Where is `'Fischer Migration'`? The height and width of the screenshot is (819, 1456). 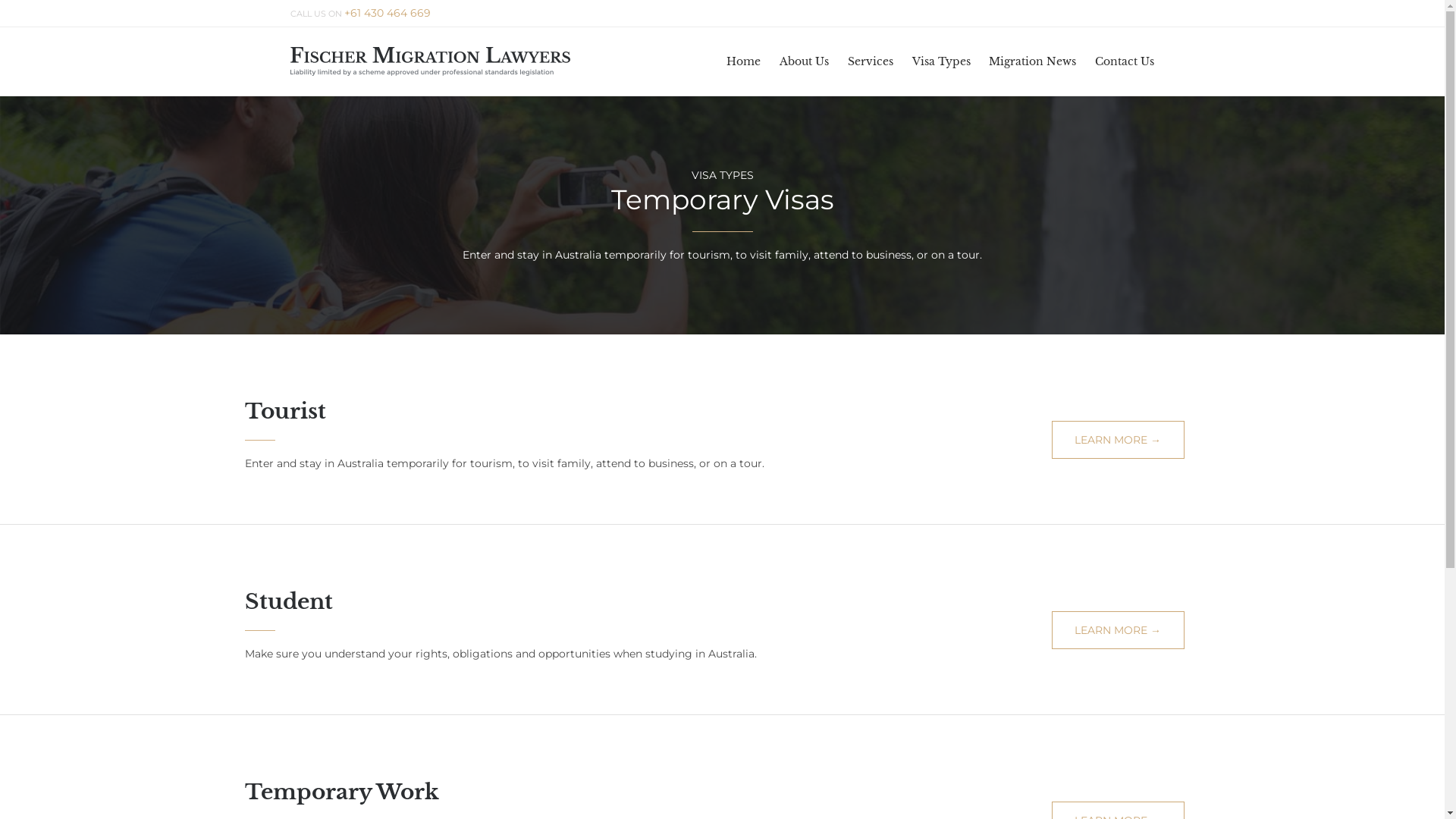
'Fischer Migration' is located at coordinates (428, 61).